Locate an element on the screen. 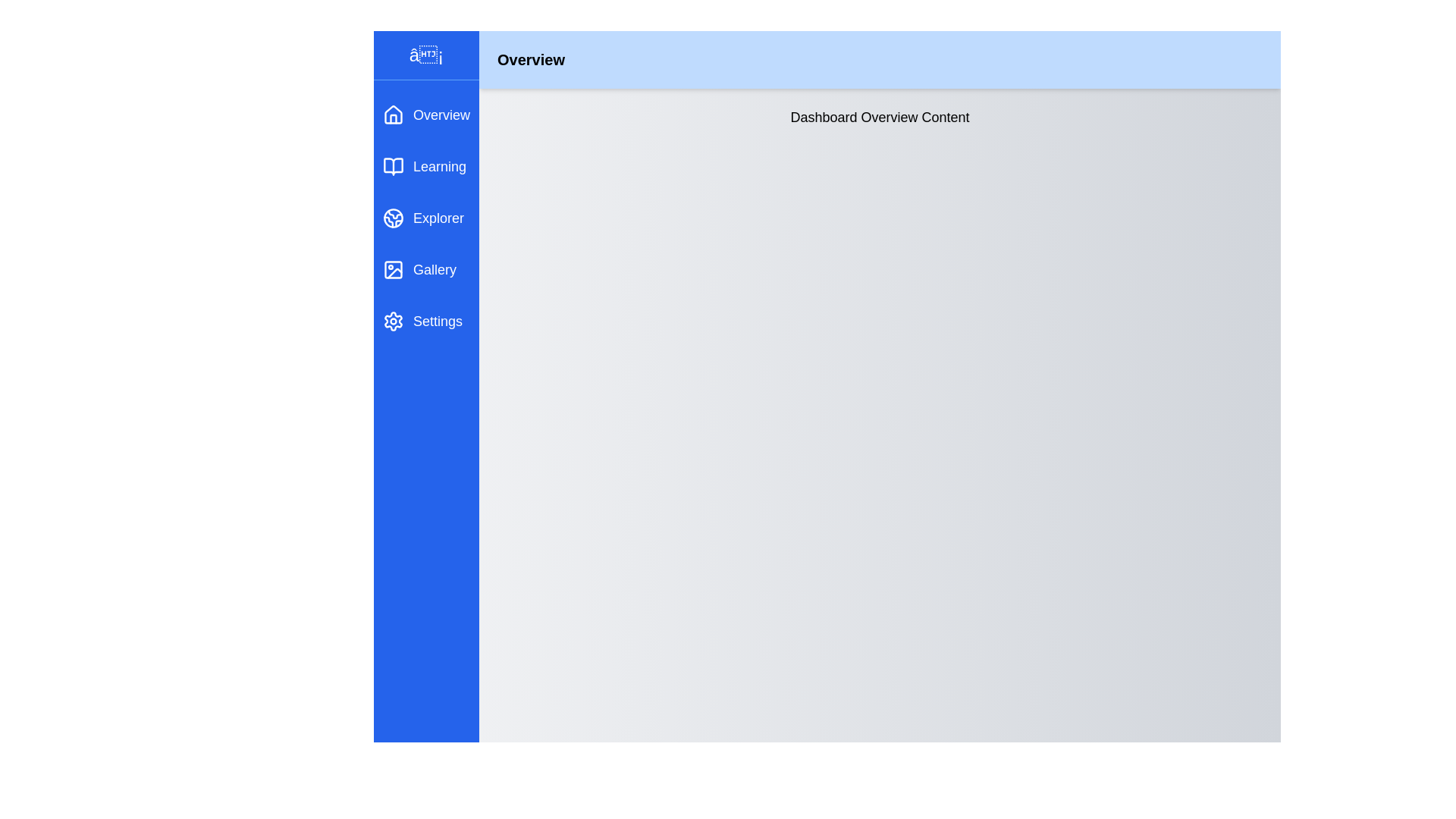 This screenshot has width=1456, height=819. the static text element that reads 'Dashboard Overview Content', which is positioned in a light gray area below a light blue top navigation bar is located at coordinates (880, 116).